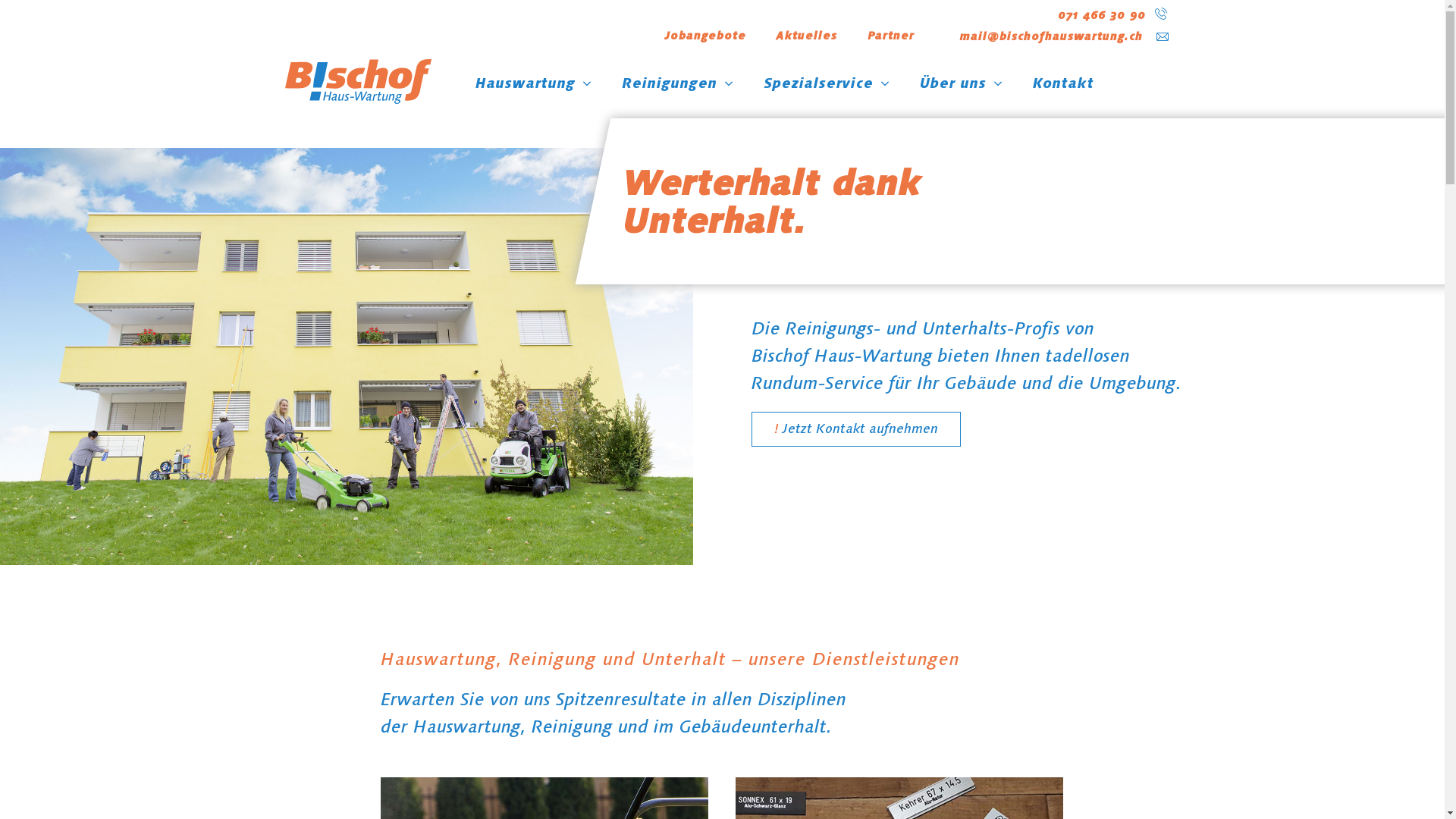  Describe the element at coordinates (867, 36) in the screenshot. I see `'Partner'` at that location.